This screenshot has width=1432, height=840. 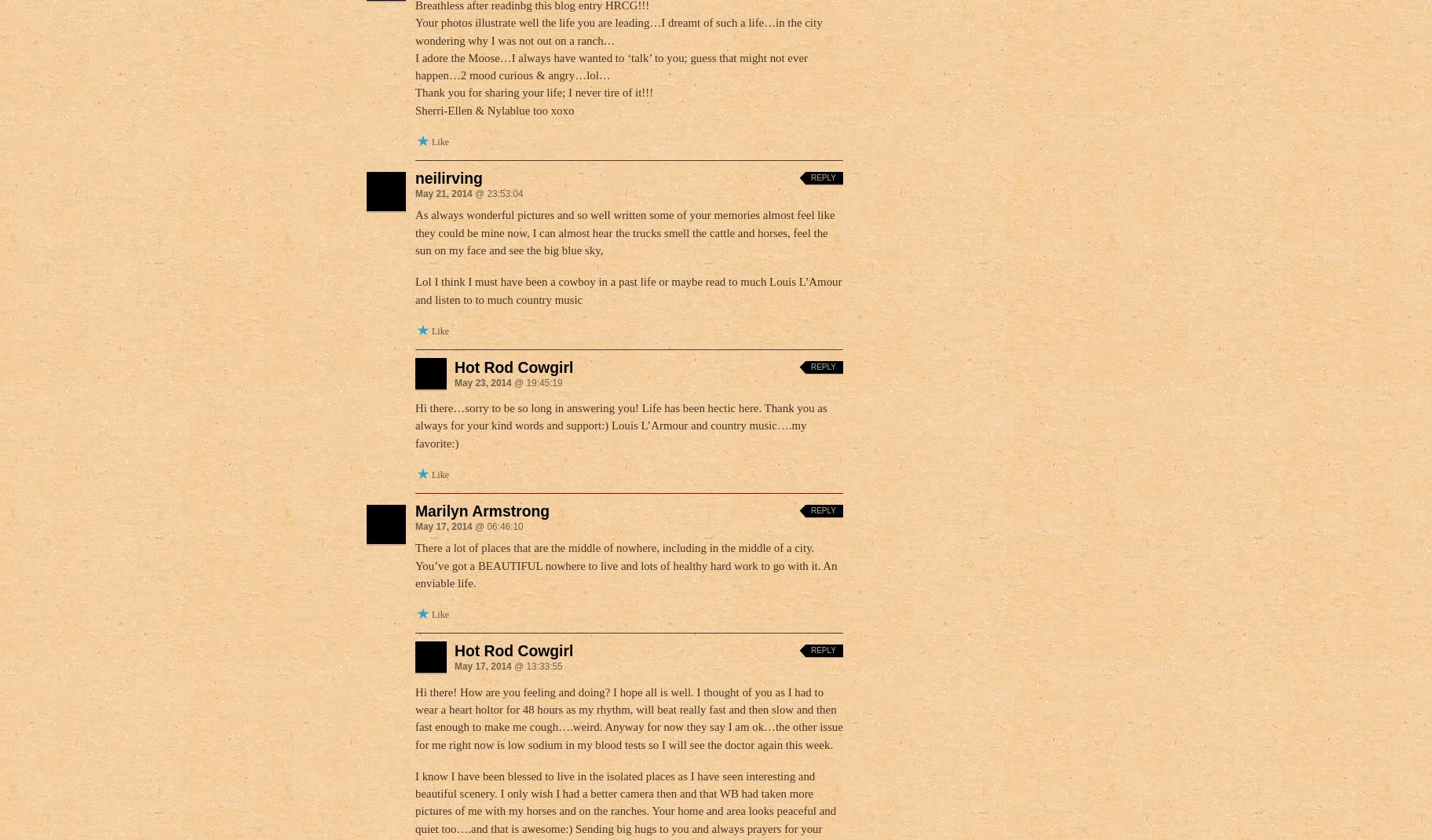 What do you see at coordinates (628, 717) in the screenshot?
I see `'Hi there! How are you feeling and doing? I hope all is well. I thought of you as I had to wear a heart holtor for 48 hours as my rhythm, will beat really fast and then slow and then fast enough to make me cough….weird. Anyway for now they say I am ok…the other issue for me right now is low sodium in my blood tests so I will see the doctor again this week.'` at bounding box center [628, 717].